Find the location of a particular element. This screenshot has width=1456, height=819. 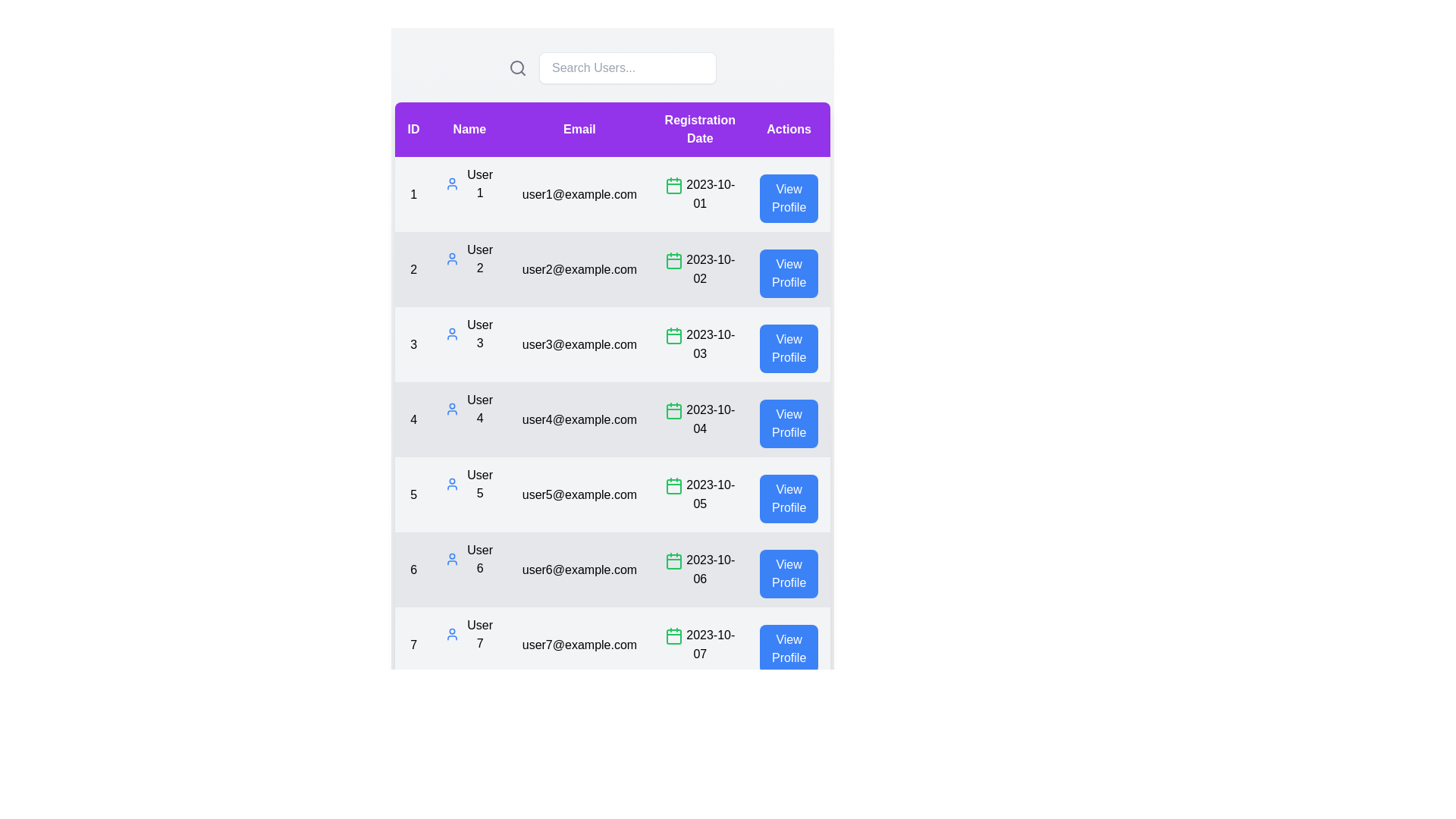

the user profile icon for user 4 is located at coordinates (451, 409).